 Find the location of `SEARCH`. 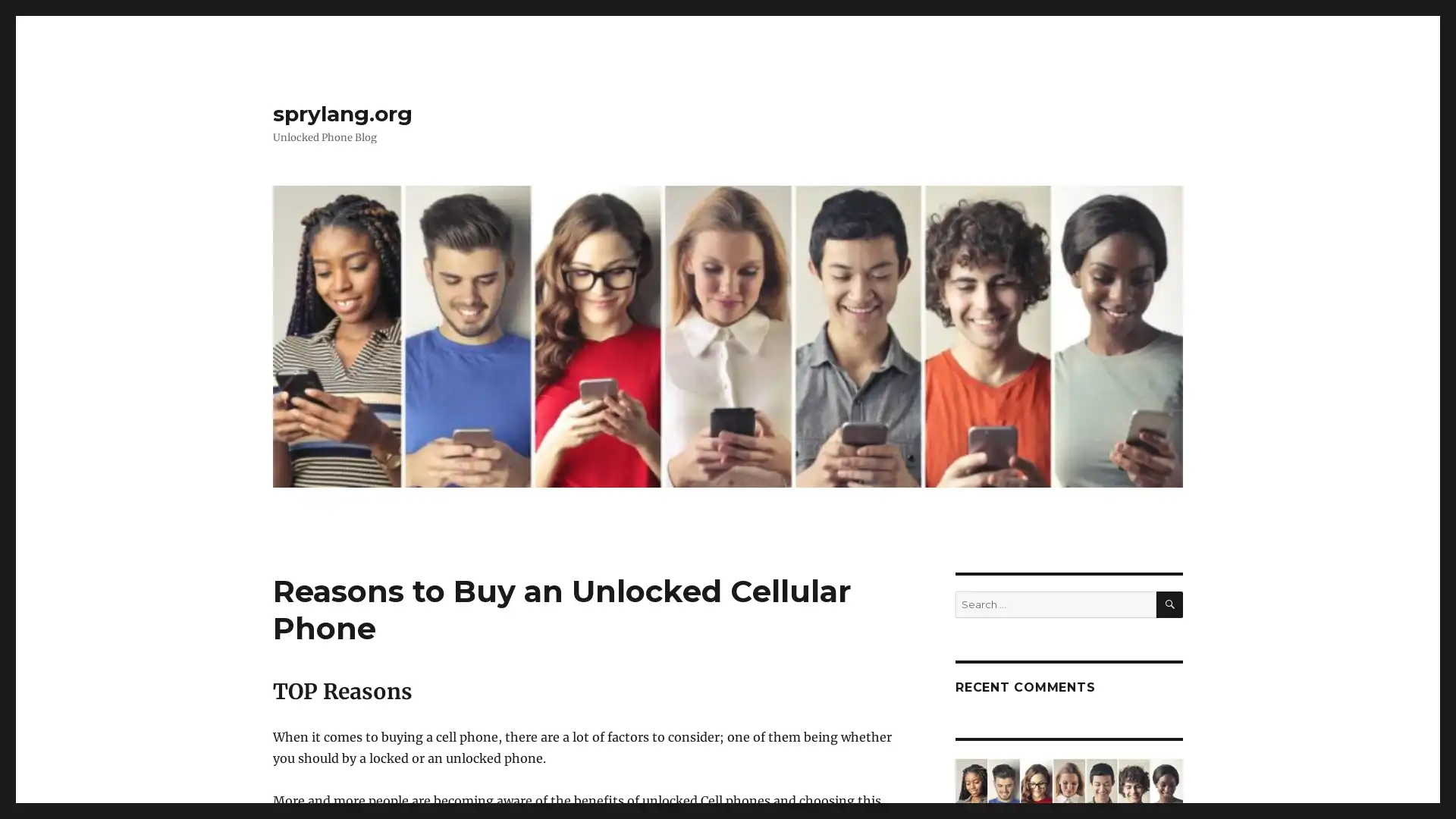

SEARCH is located at coordinates (1169, 604).